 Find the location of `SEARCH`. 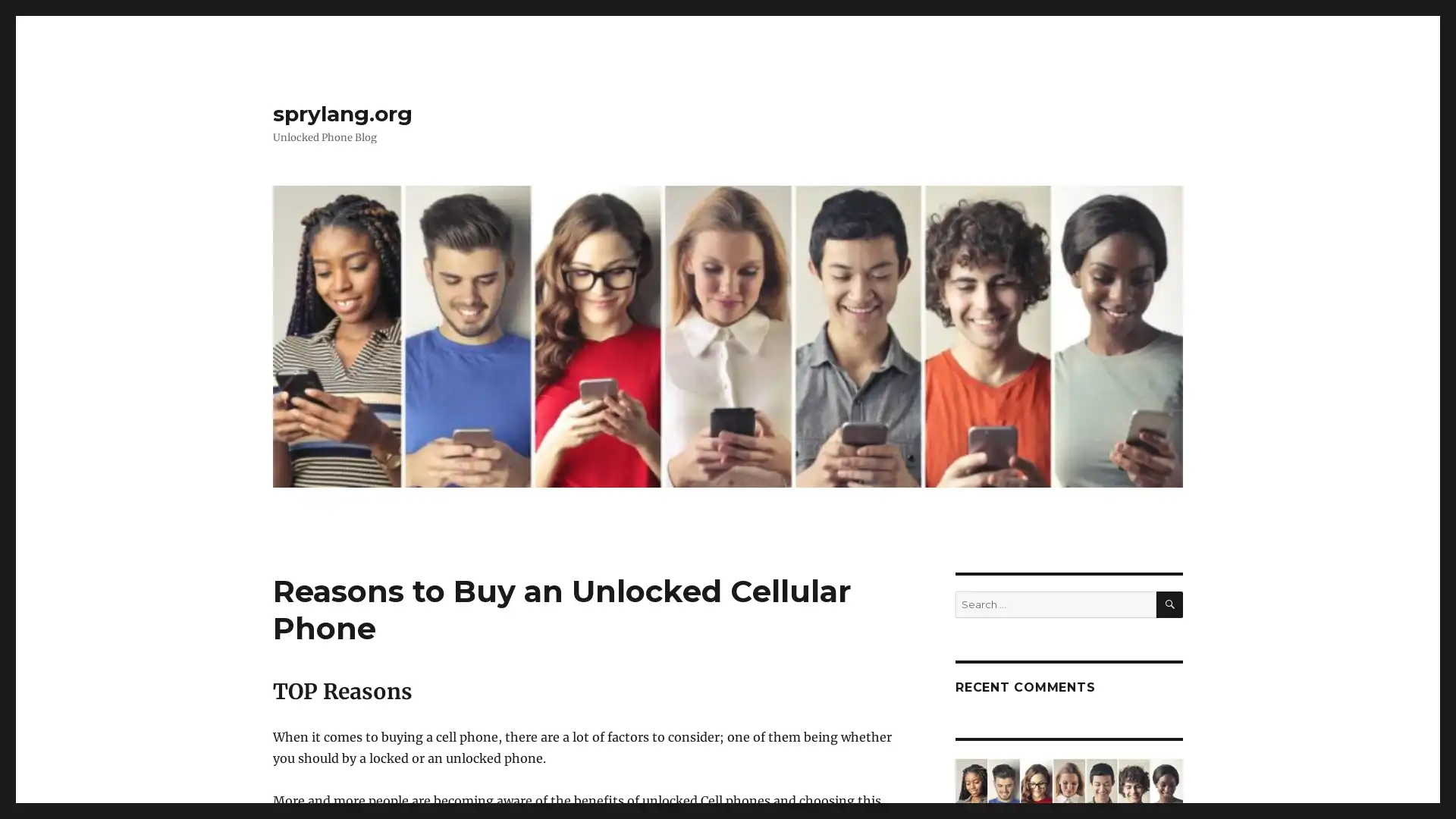

SEARCH is located at coordinates (1169, 604).